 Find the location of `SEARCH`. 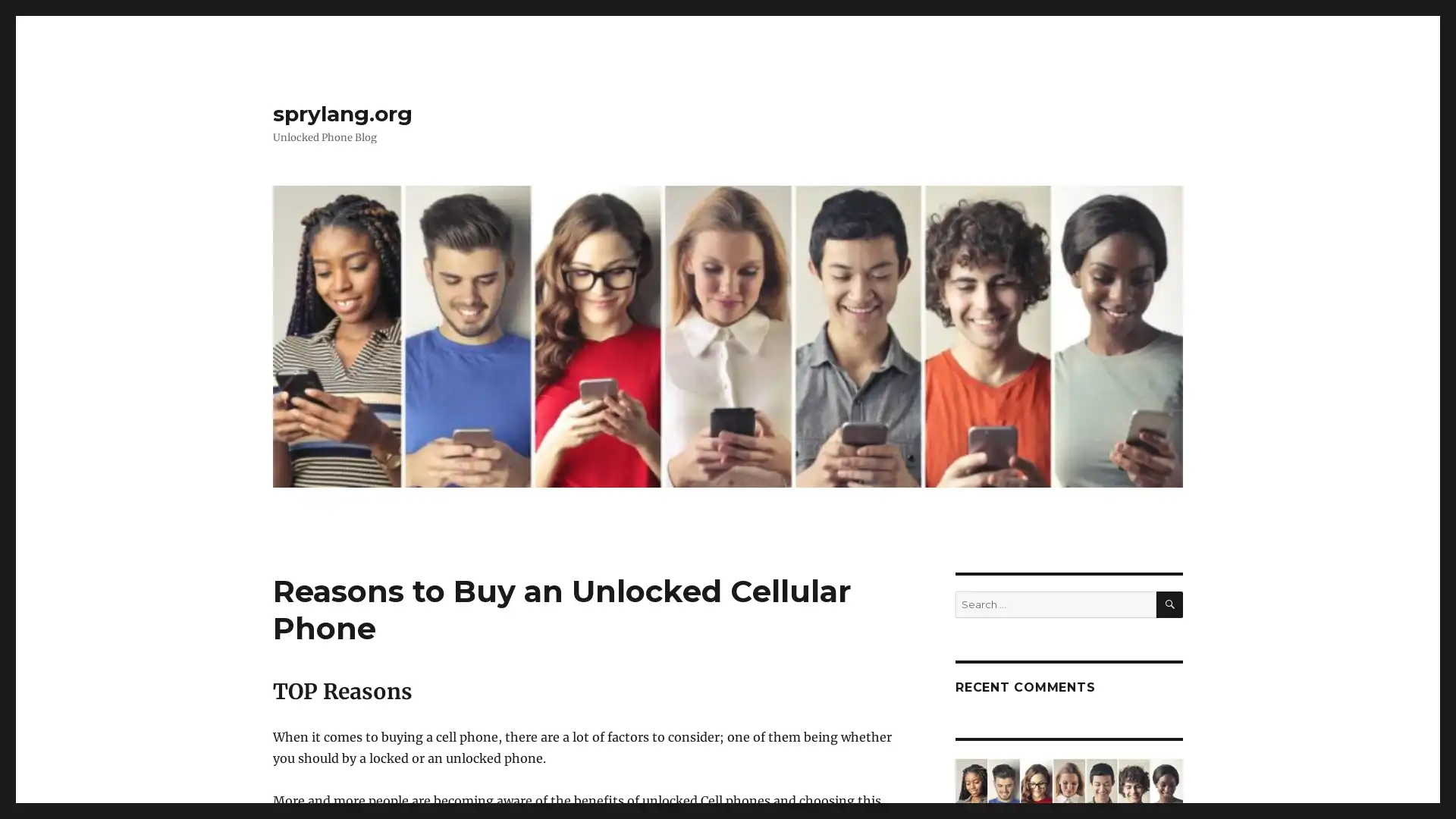

SEARCH is located at coordinates (1169, 604).